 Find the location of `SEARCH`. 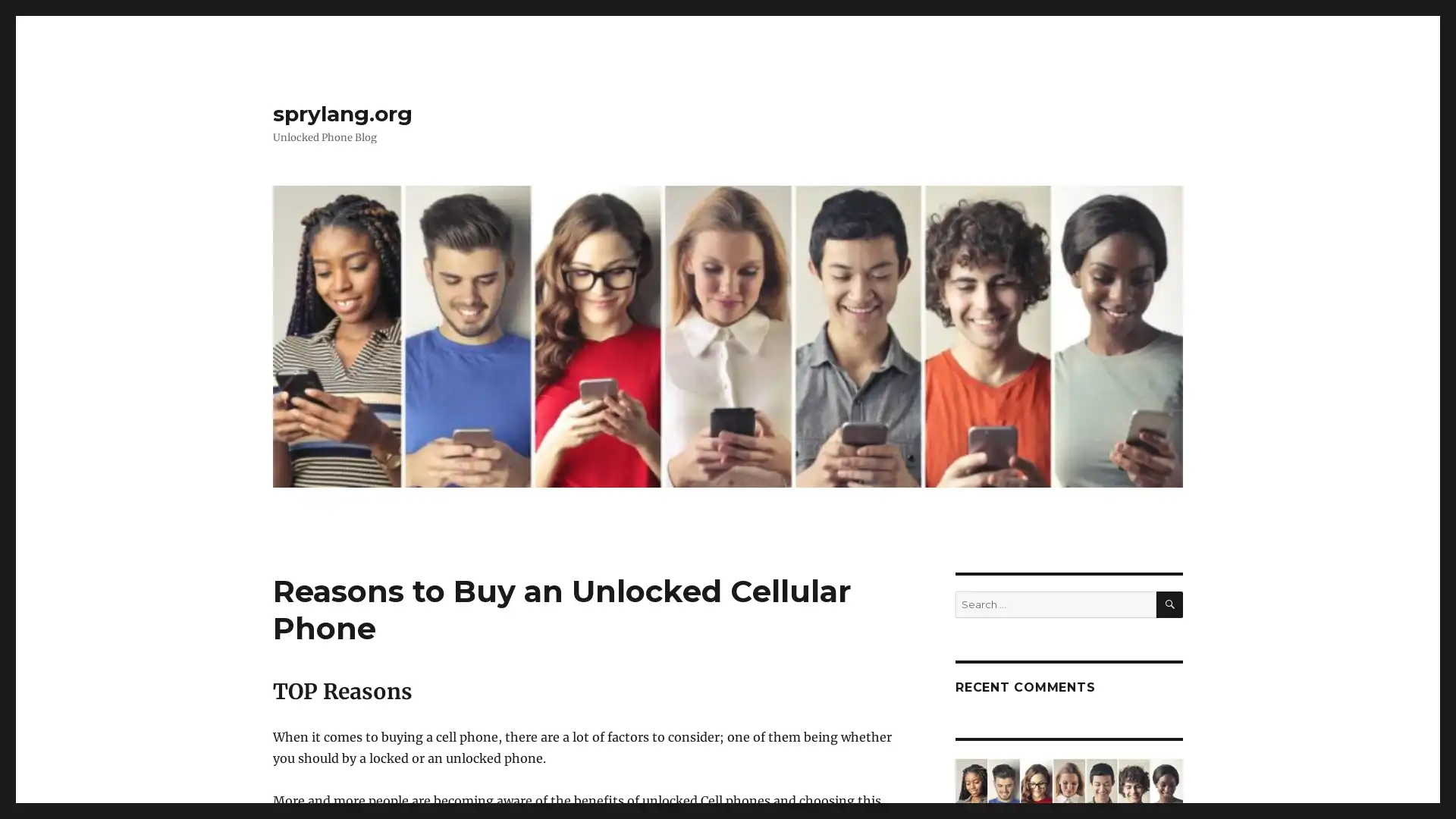

SEARCH is located at coordinates (1169, 604).